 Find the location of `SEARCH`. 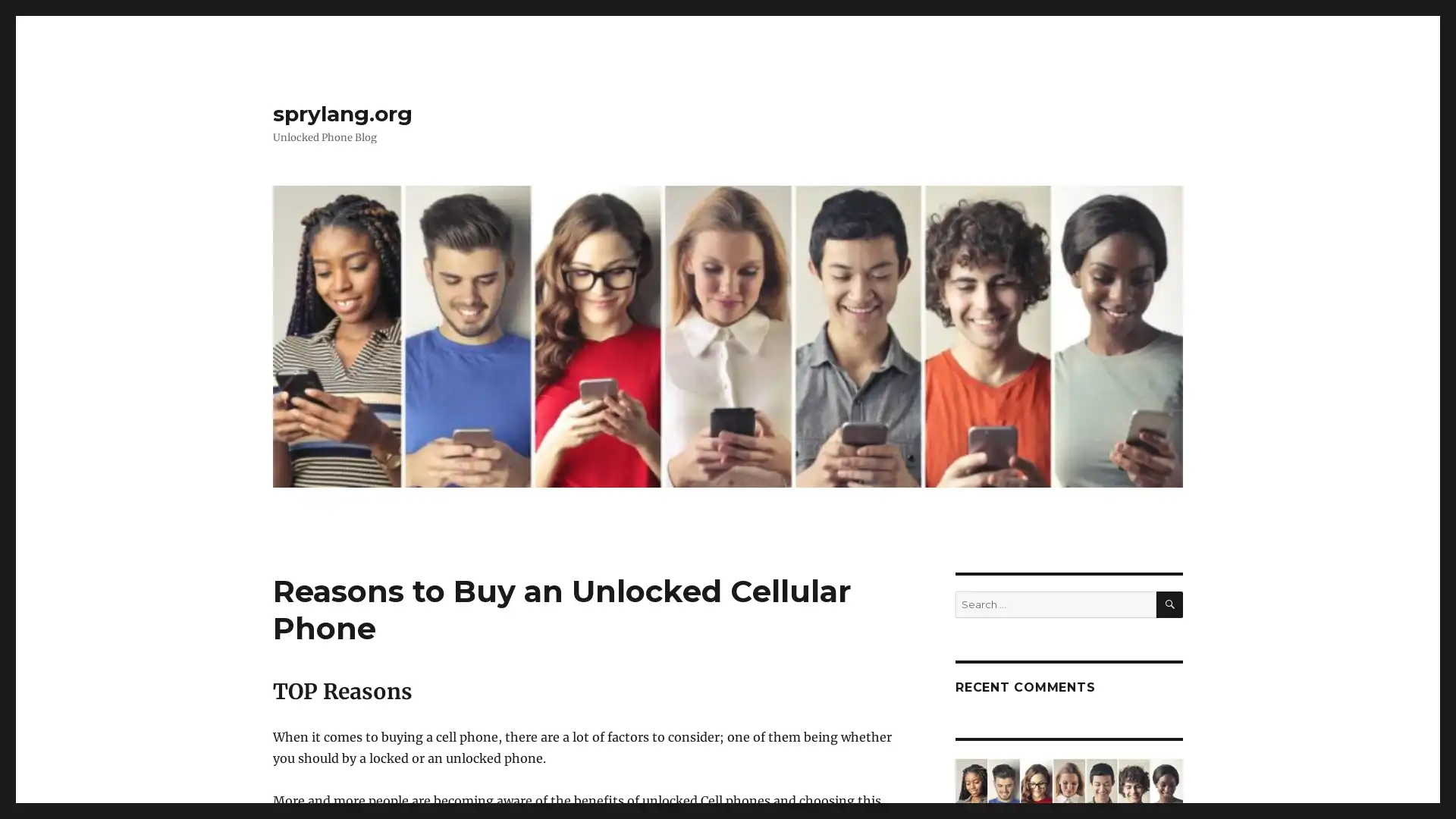

SEARCH is located at coordinates (1169, 604).